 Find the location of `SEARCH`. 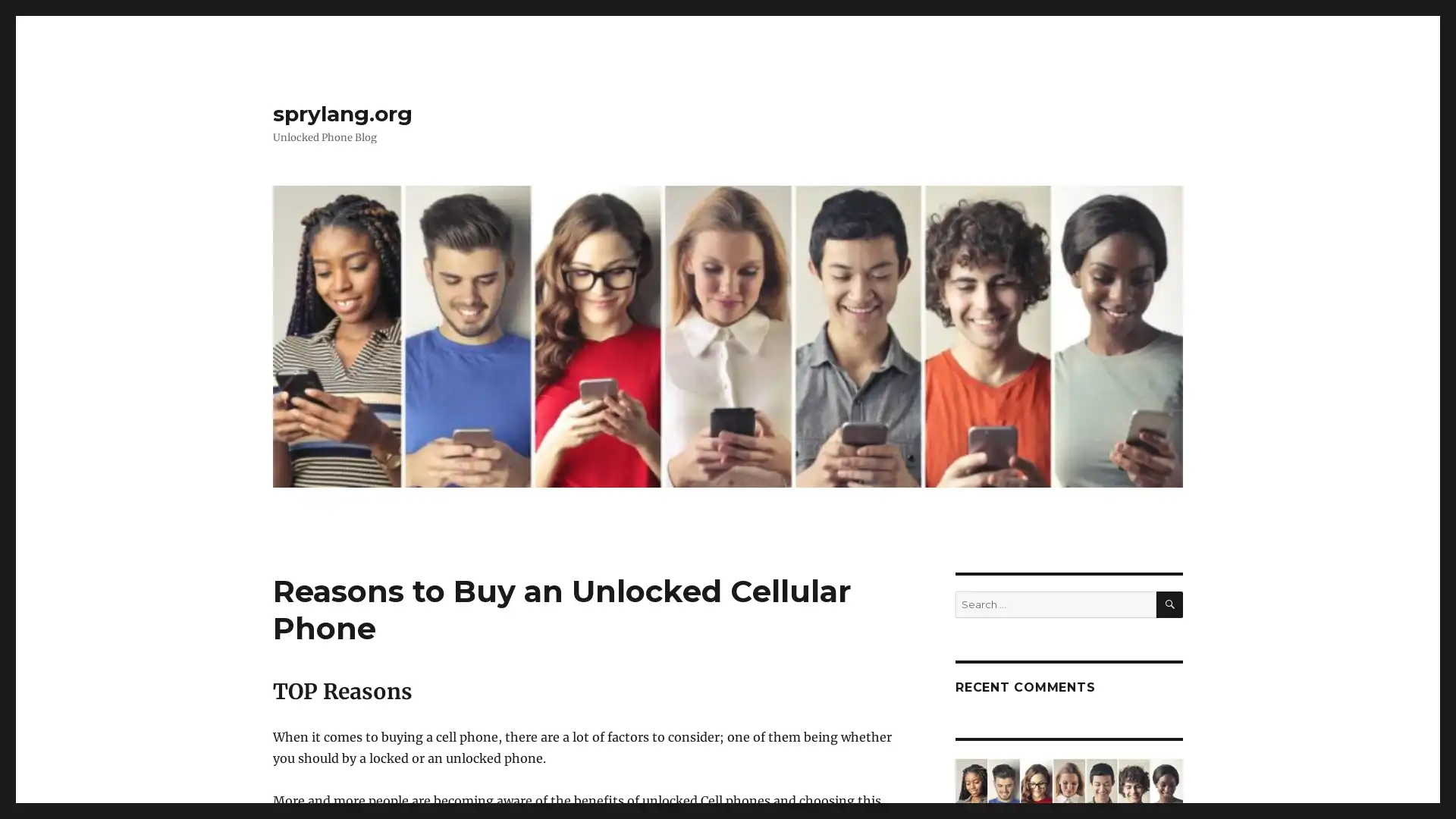

SEARCH is located at coordinates (1169, 604).